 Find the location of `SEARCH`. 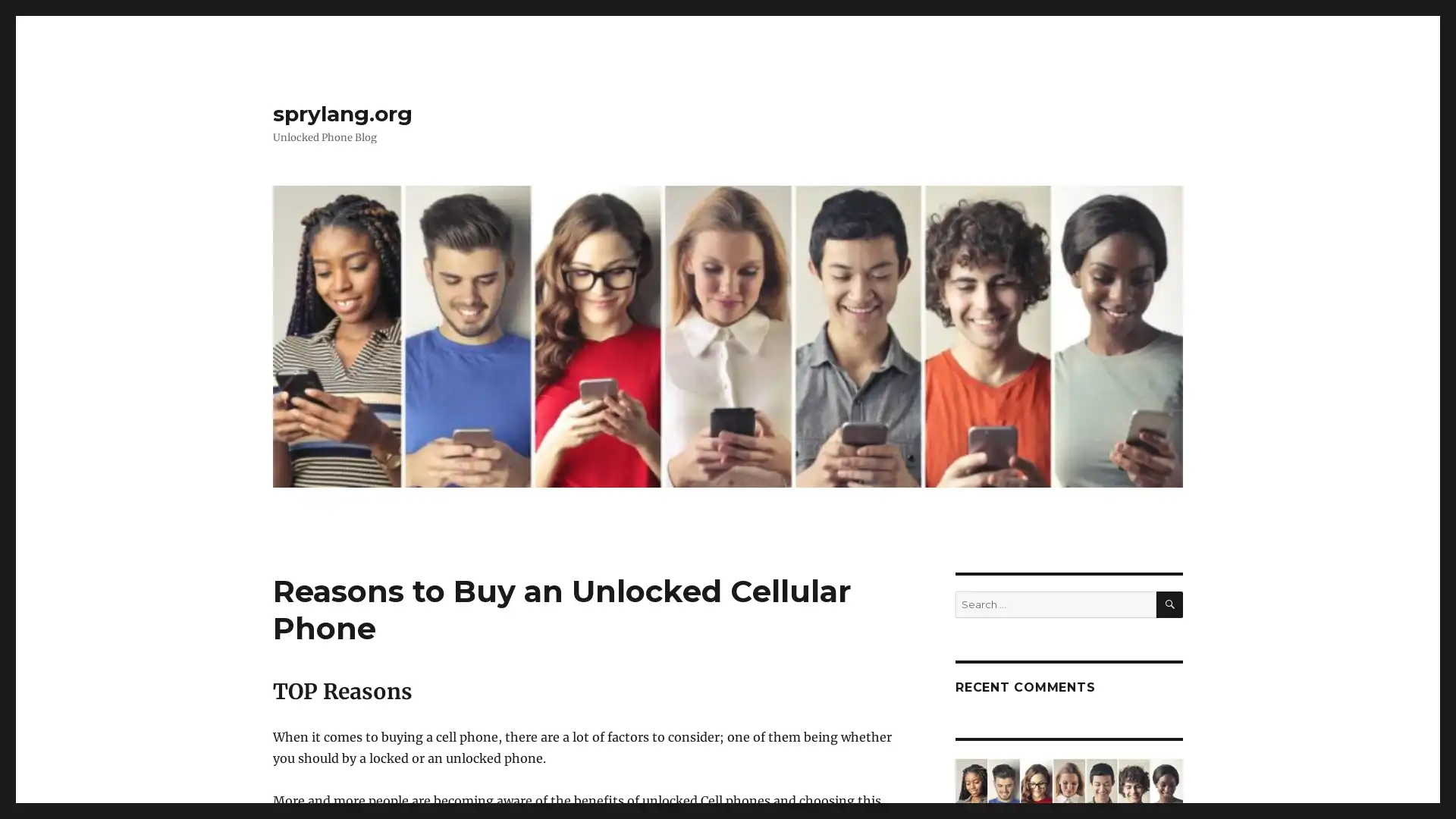

SEARCH is located at coordinates (1169, 604).